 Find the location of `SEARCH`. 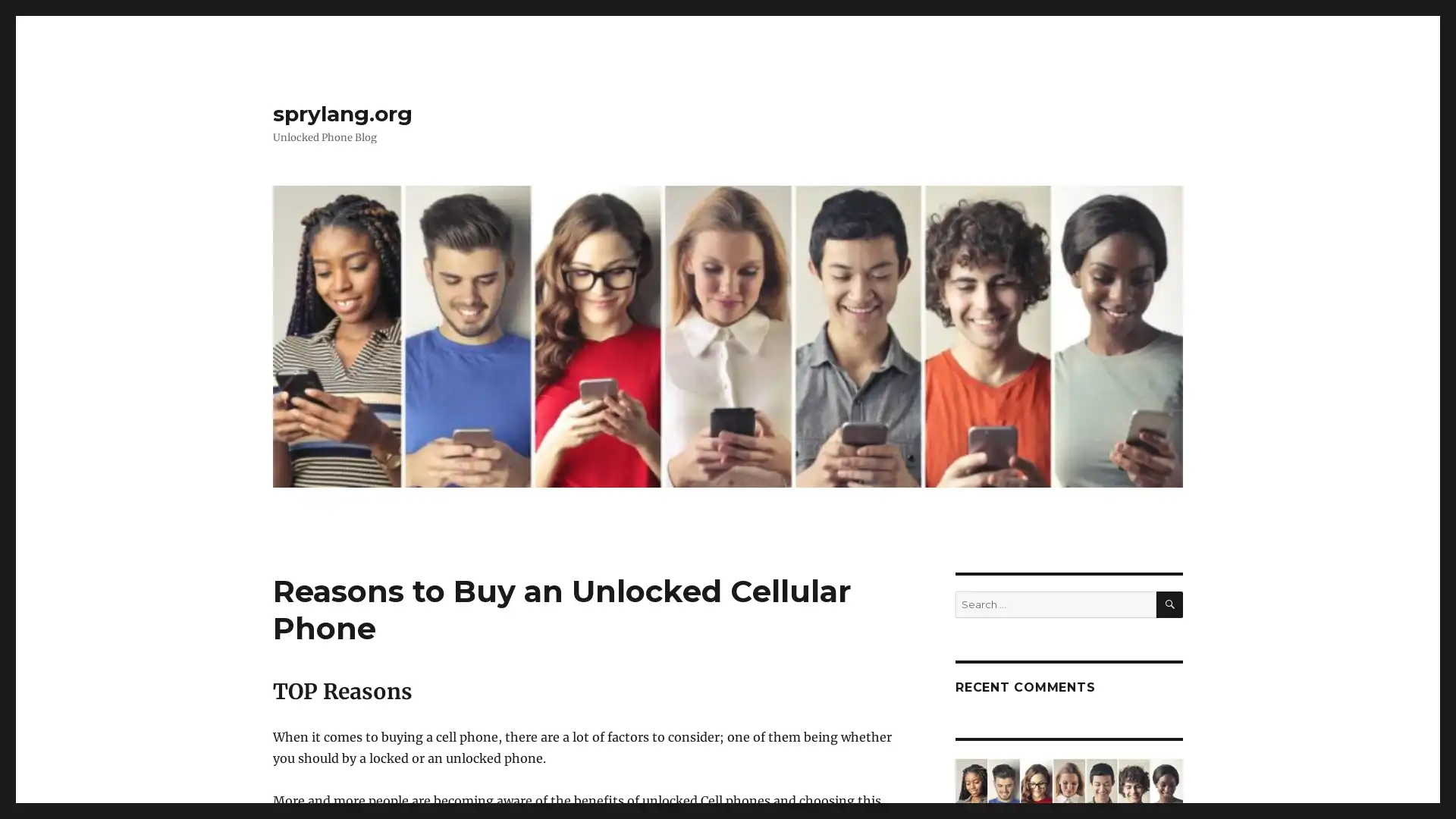

SEARCH is located at coordinates (1169, 604).